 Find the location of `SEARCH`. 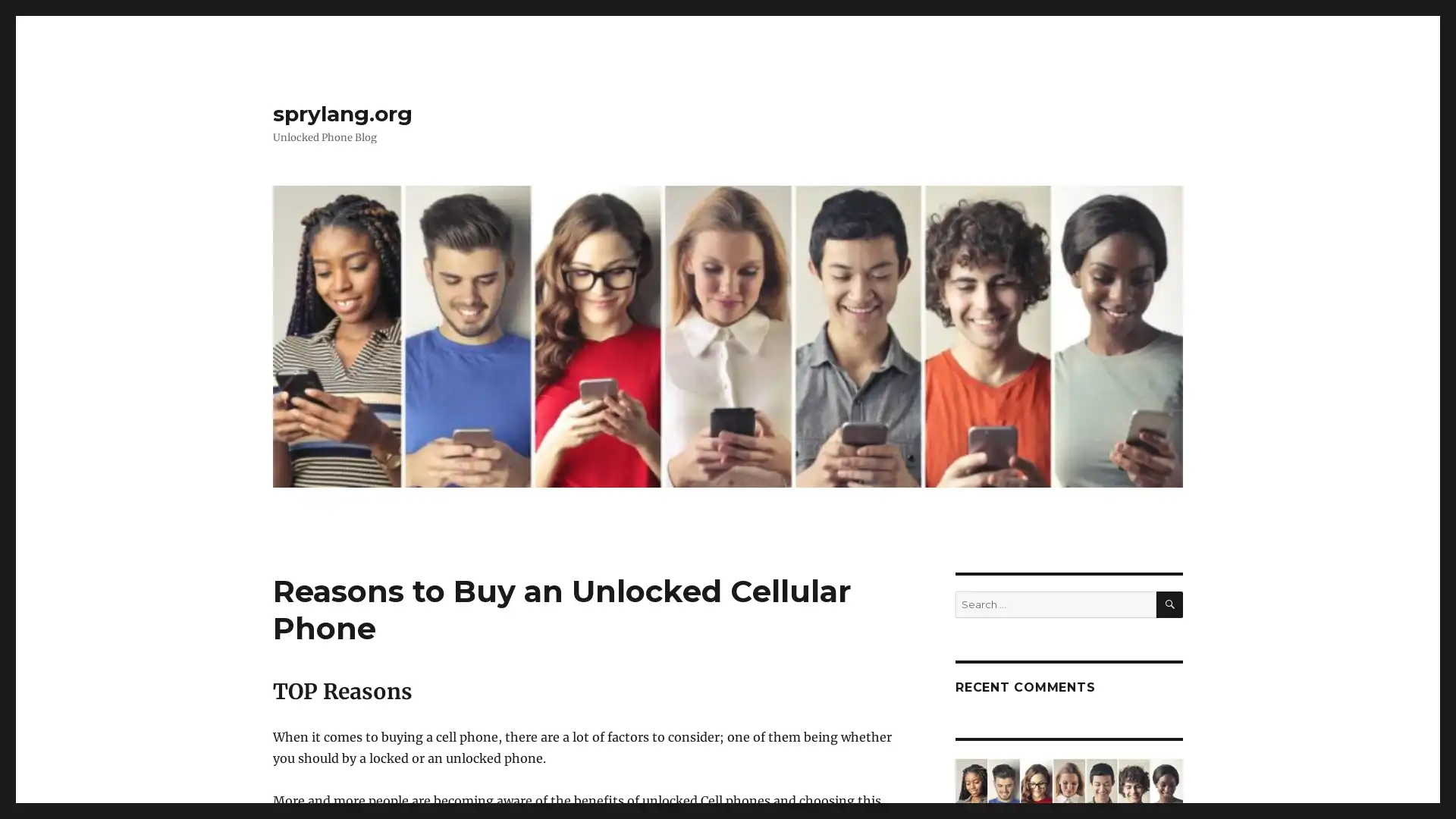

SEARCH is located at coordinates (1169, 604).